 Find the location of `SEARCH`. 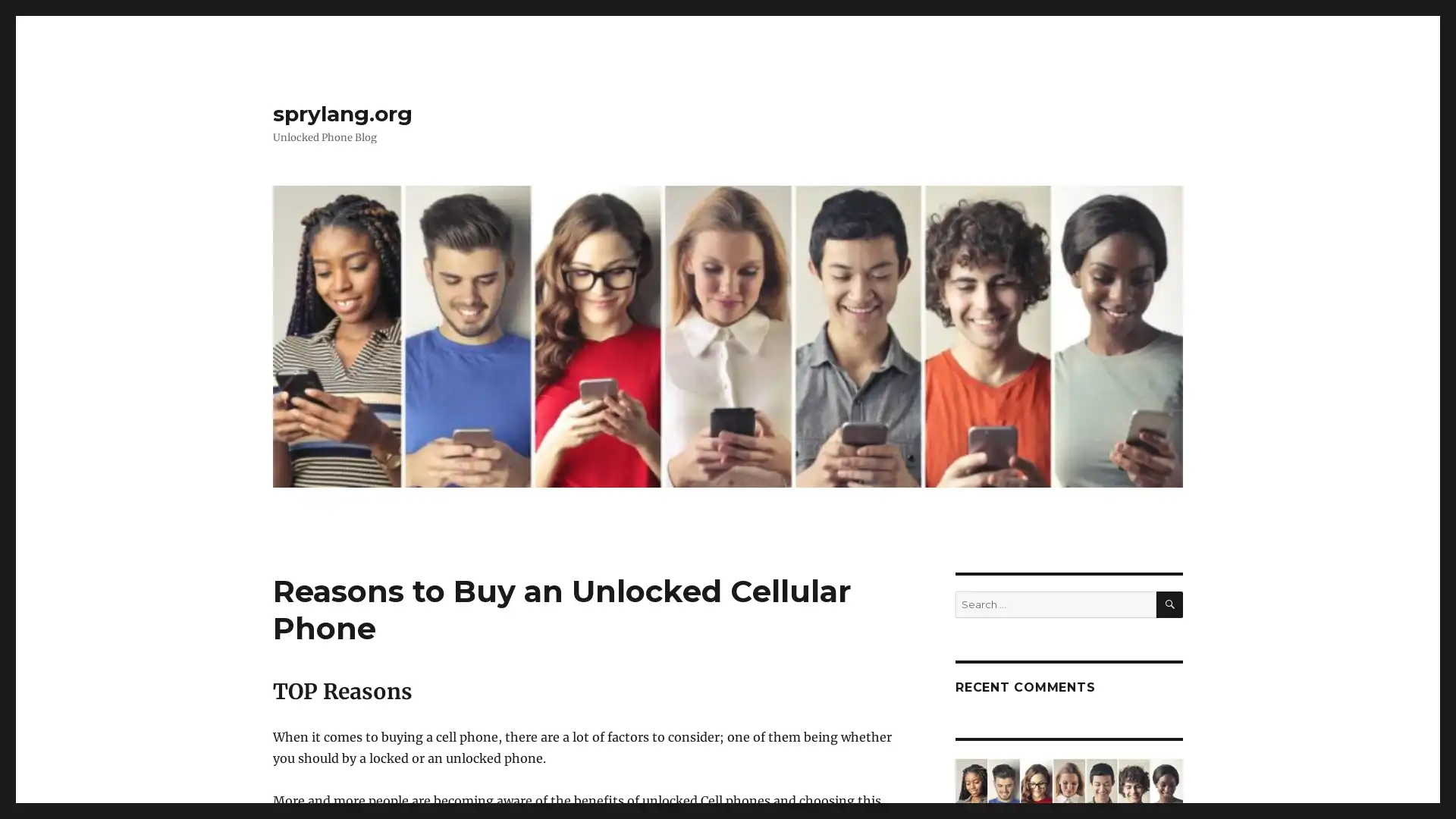

SEARCH is located at coordinates (1169, 604).